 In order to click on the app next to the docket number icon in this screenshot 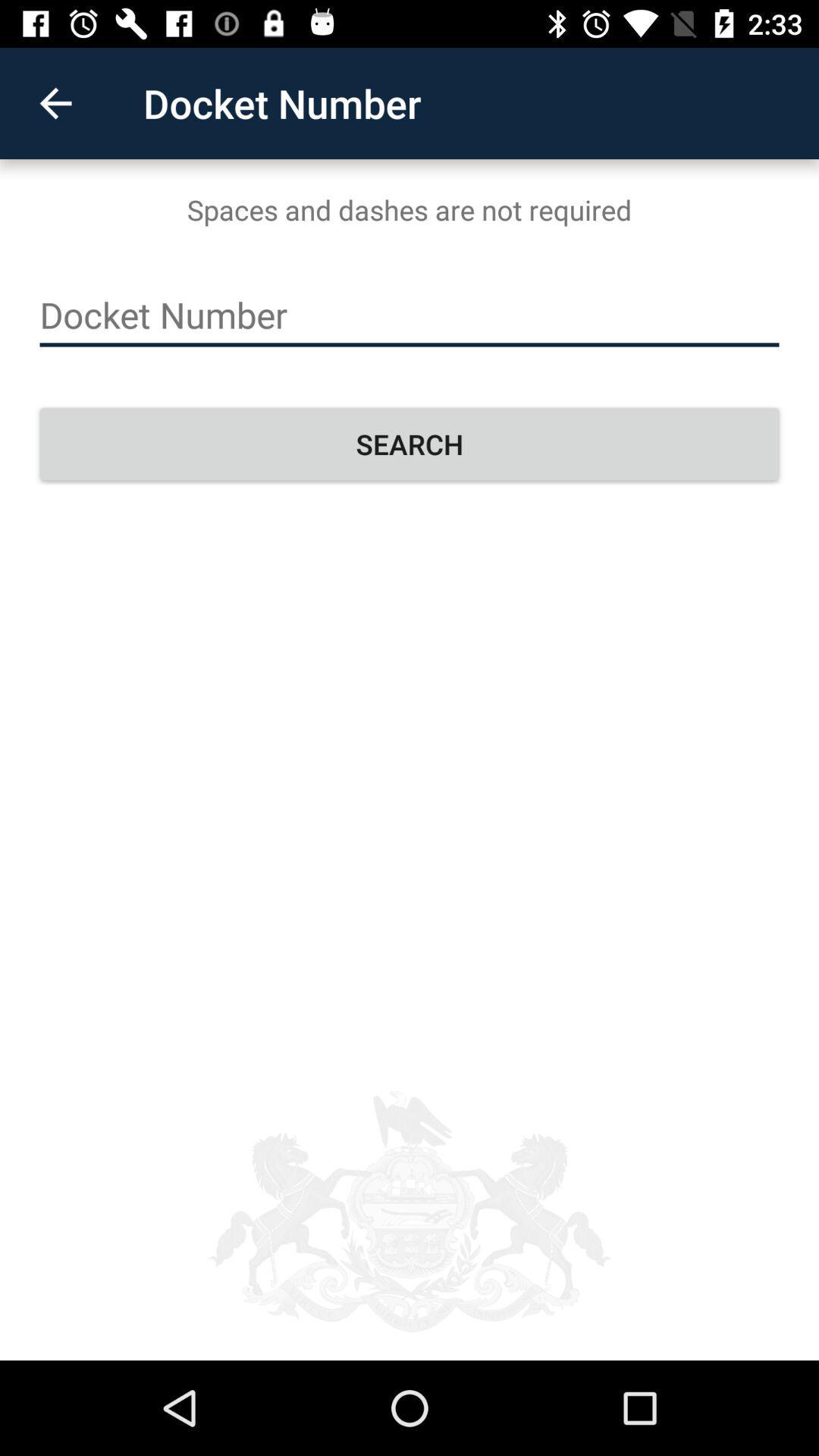, I will do `click(55, 102)`.